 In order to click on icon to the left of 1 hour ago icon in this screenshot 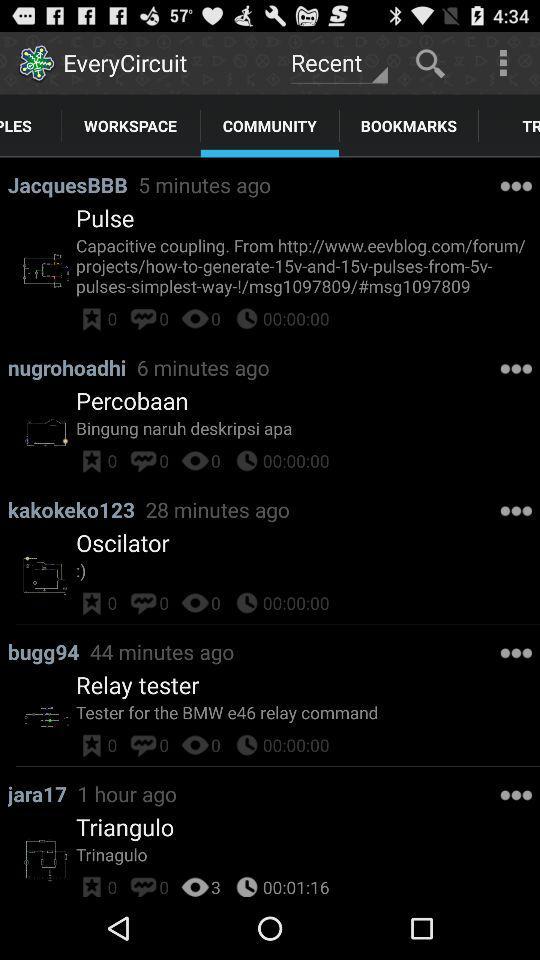, I will do `click(42, 793)`.